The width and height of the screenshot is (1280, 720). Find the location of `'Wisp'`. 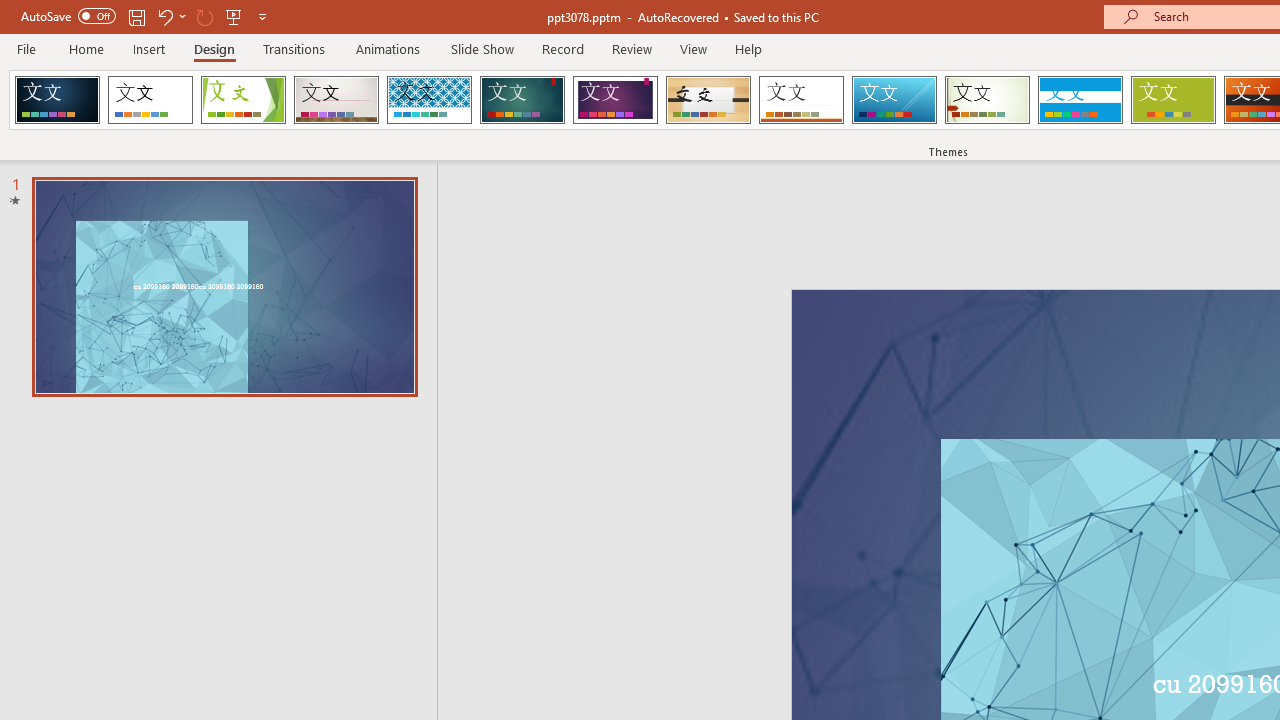

'Wisp' is located at coordinates (987, 100).